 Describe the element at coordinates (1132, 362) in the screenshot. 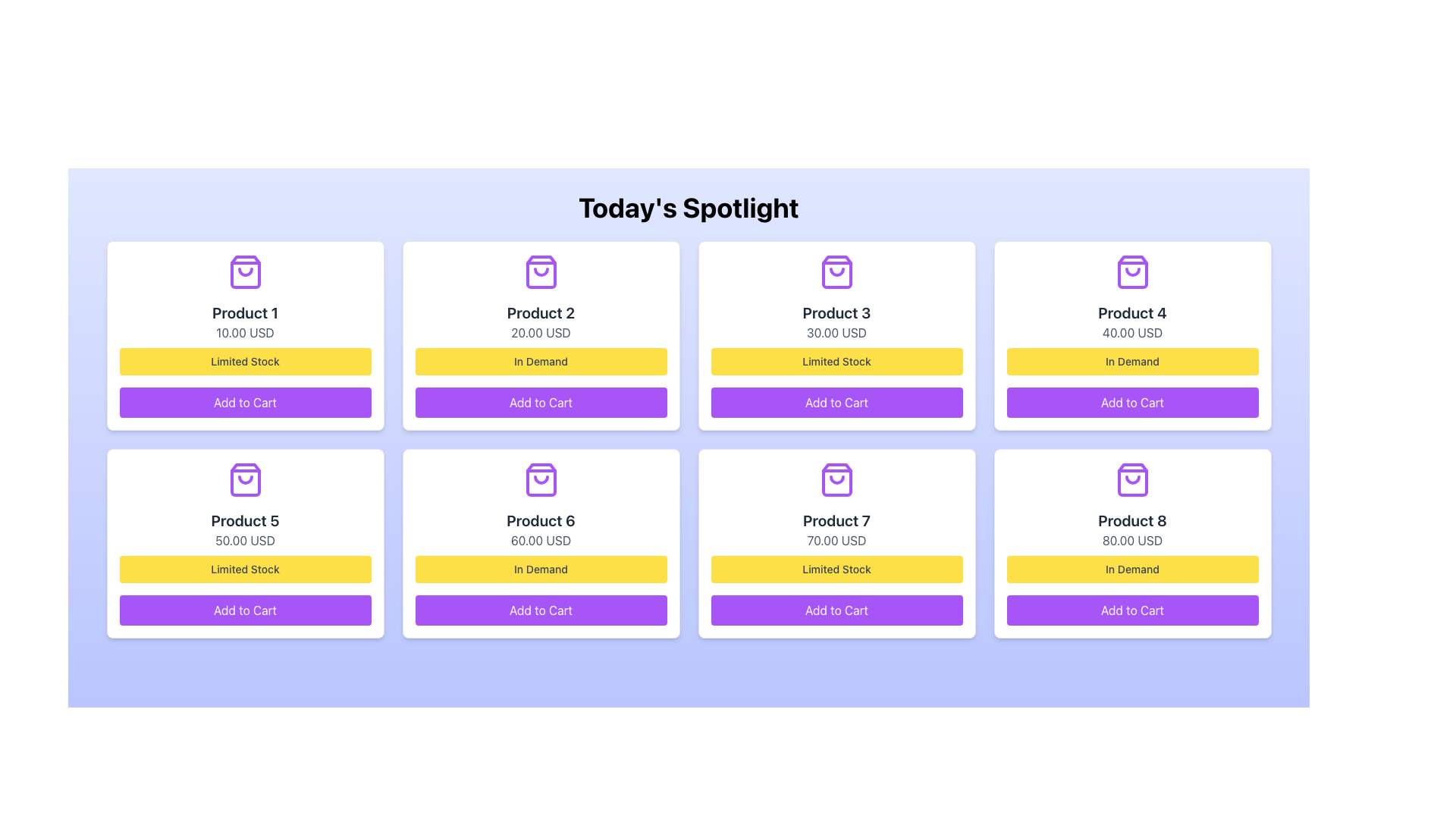

I see `the 'In Demand' status indicator badge, which is a yellow rectangular badge with gray text, located in the fourth card of the grid between the price label and the 'Add to Cart' button` at that location.